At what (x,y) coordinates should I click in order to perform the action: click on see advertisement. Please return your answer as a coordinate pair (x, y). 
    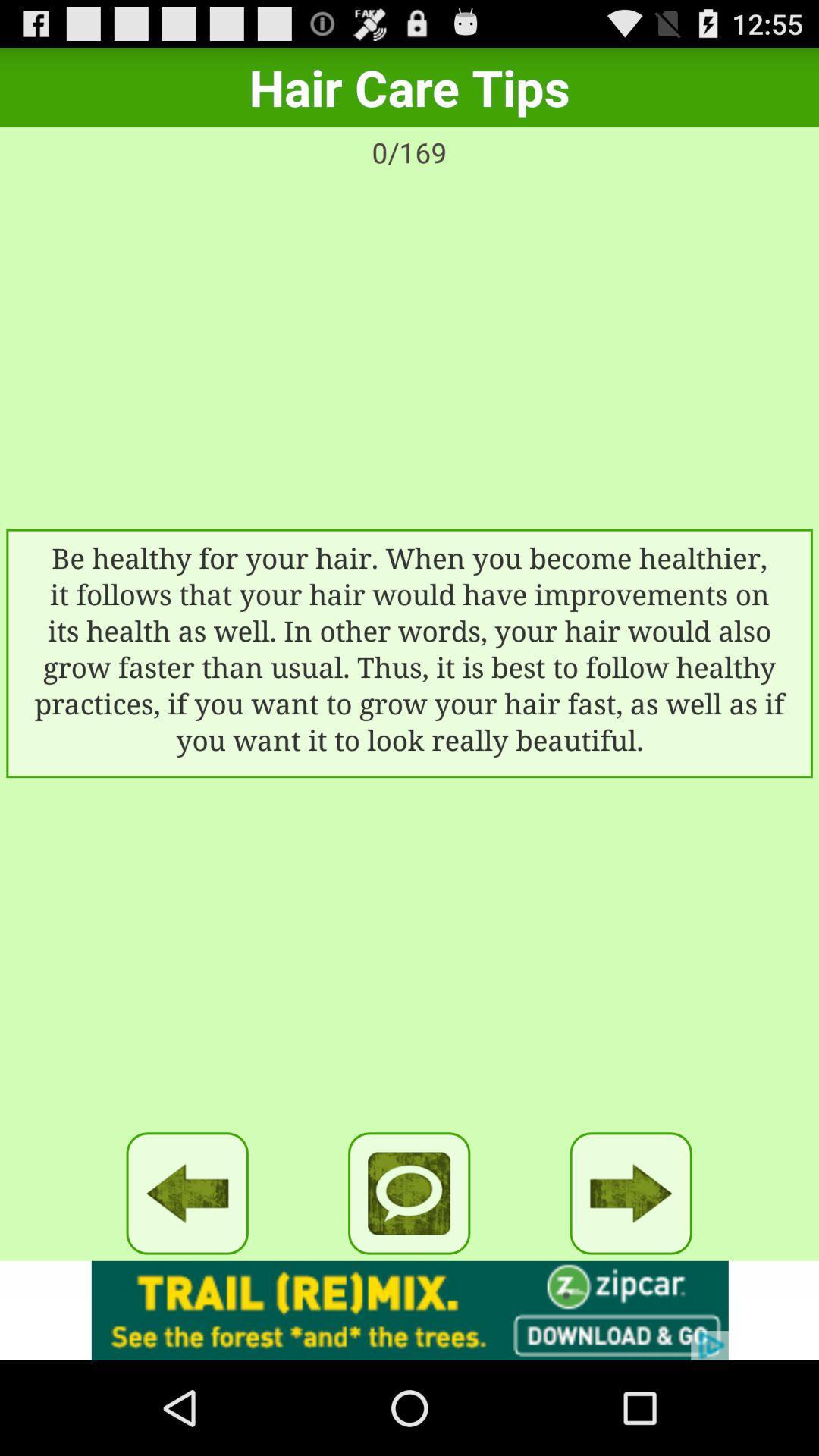
    Looking at the image, I should click on (409, 1310).